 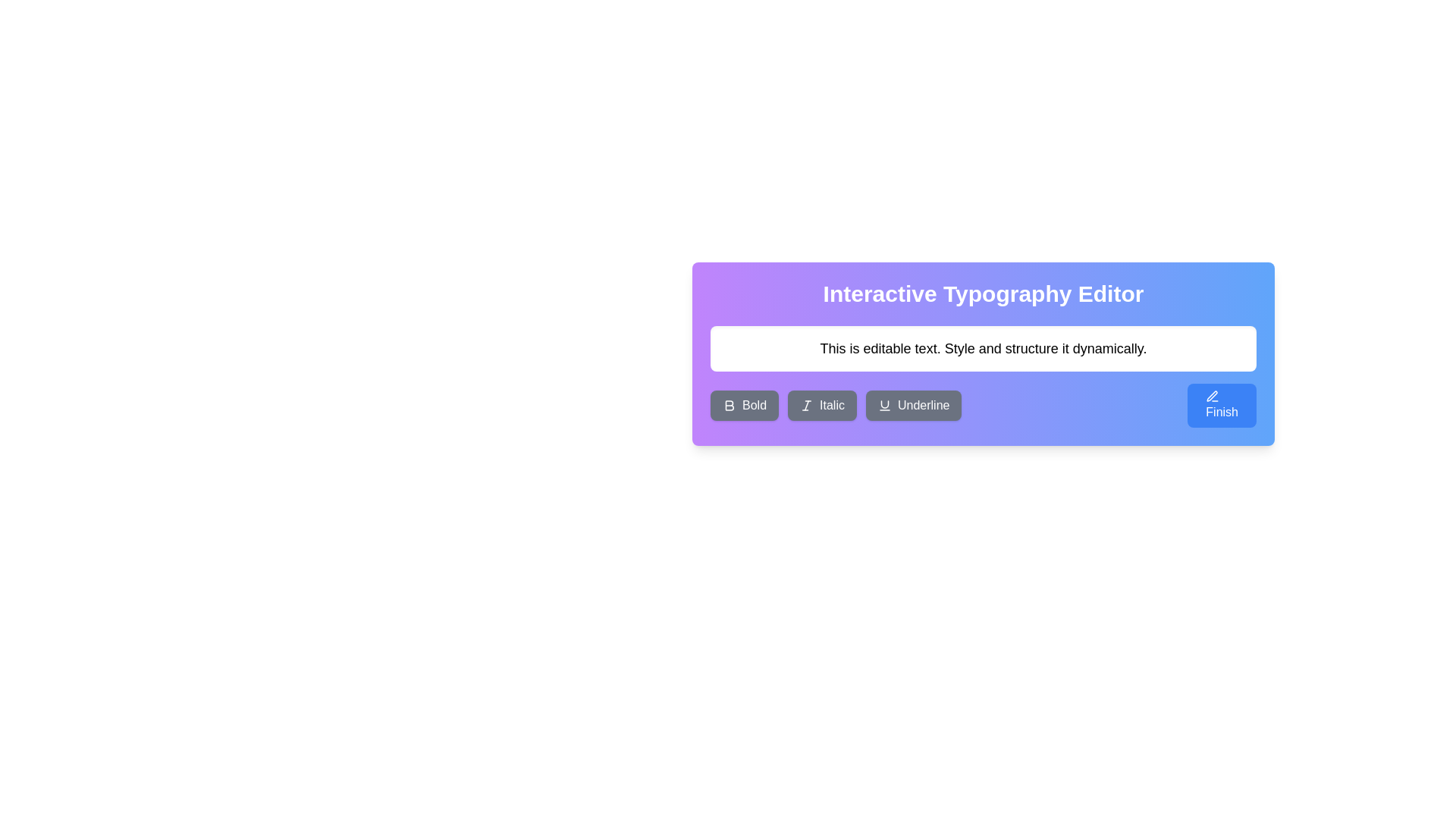 What do you see at coordinates (1212, 396) in the screenshot?
I see `the compact pen icon located to the right of the blue 'Finish' button to initiate the edit action` at bounding box center [1212, 396].